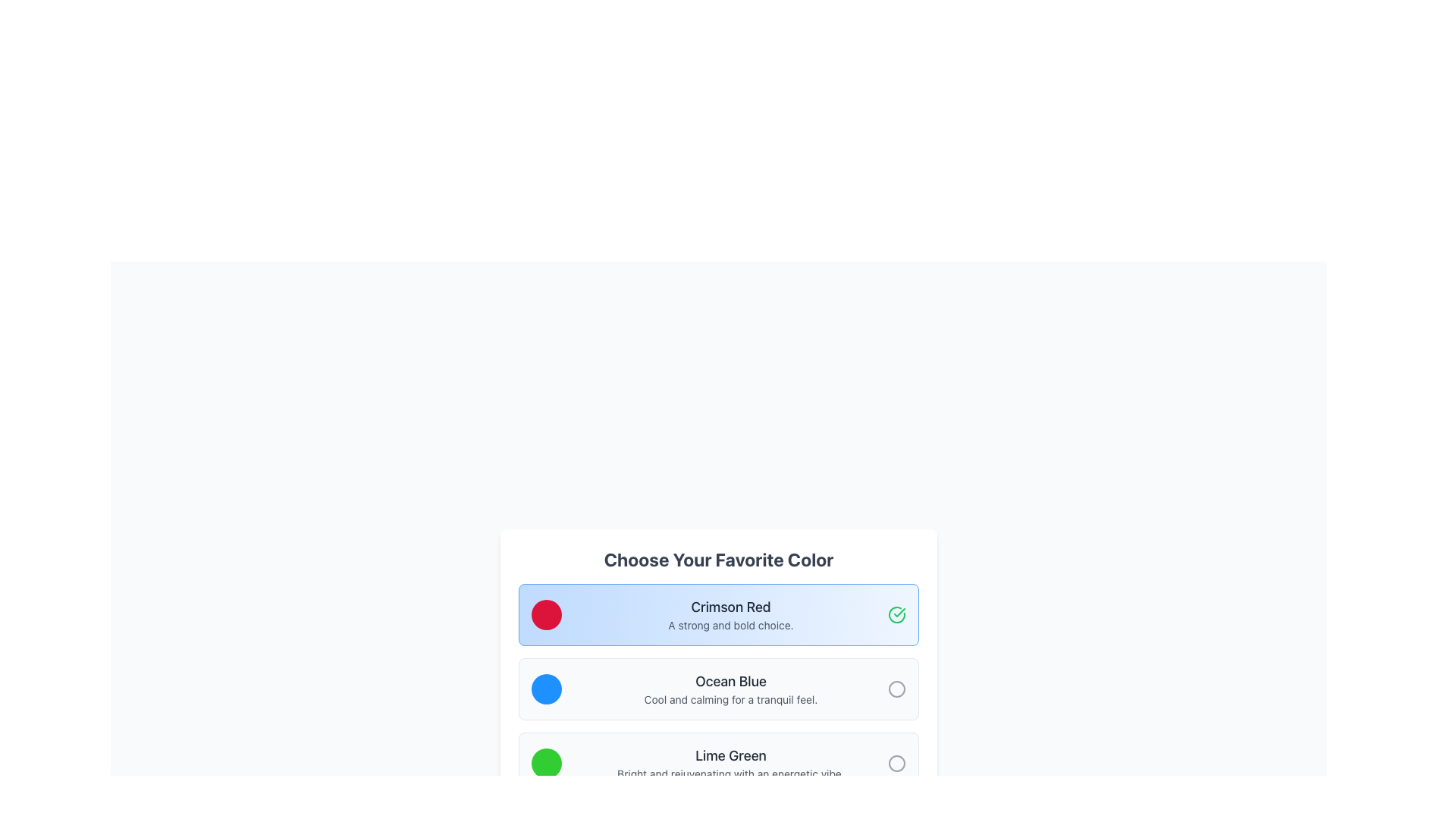 The width and height of the screenshot is (1456, 819). Describe the element at coordinates (718, 670) in the screenshot. I see `to select the 'Ocean Blue' radio button option, which is the second option in a list of three under the title 'Choose Your Favorite Color'` at that location.